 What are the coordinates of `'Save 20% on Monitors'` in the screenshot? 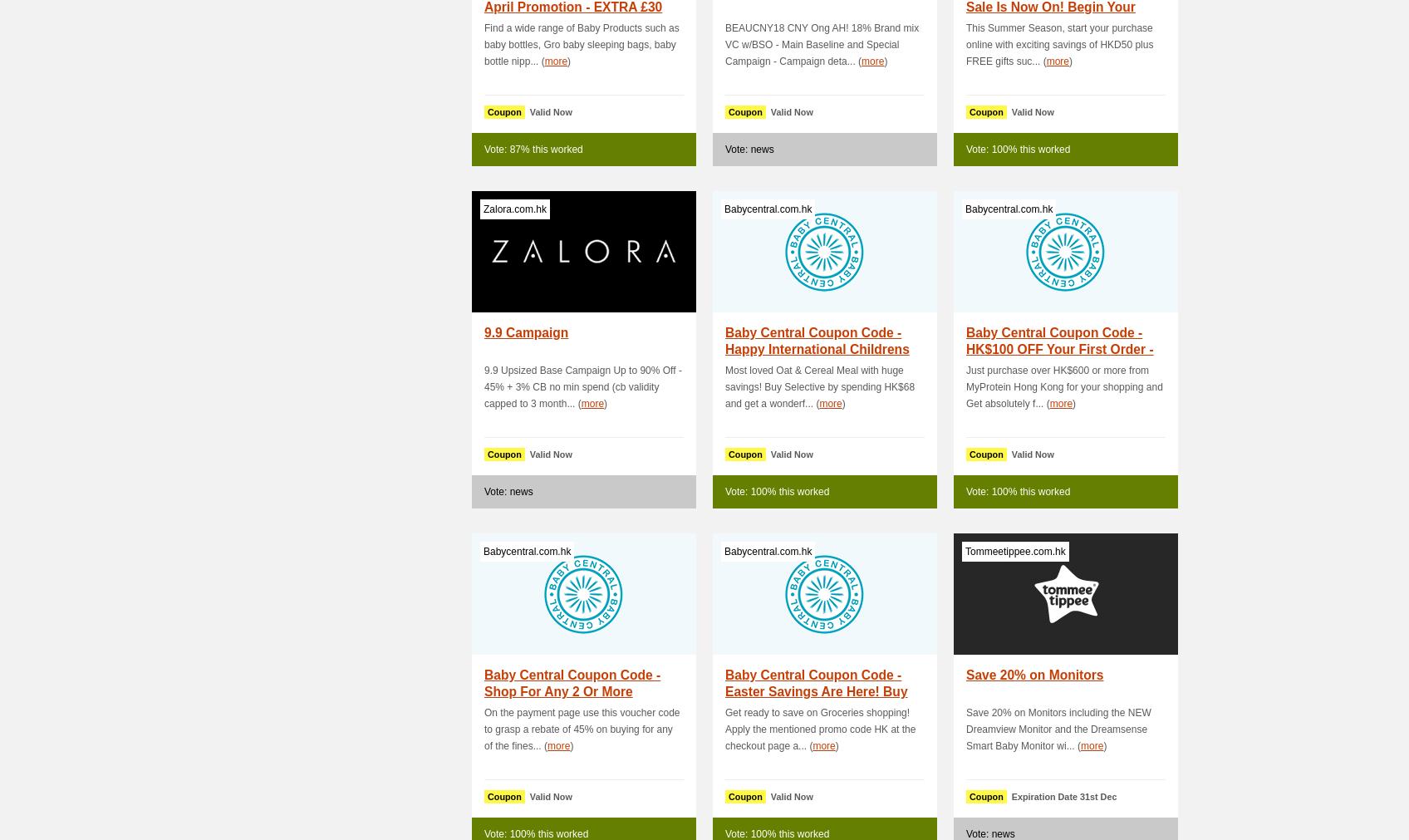 It's located at (1033, 674).